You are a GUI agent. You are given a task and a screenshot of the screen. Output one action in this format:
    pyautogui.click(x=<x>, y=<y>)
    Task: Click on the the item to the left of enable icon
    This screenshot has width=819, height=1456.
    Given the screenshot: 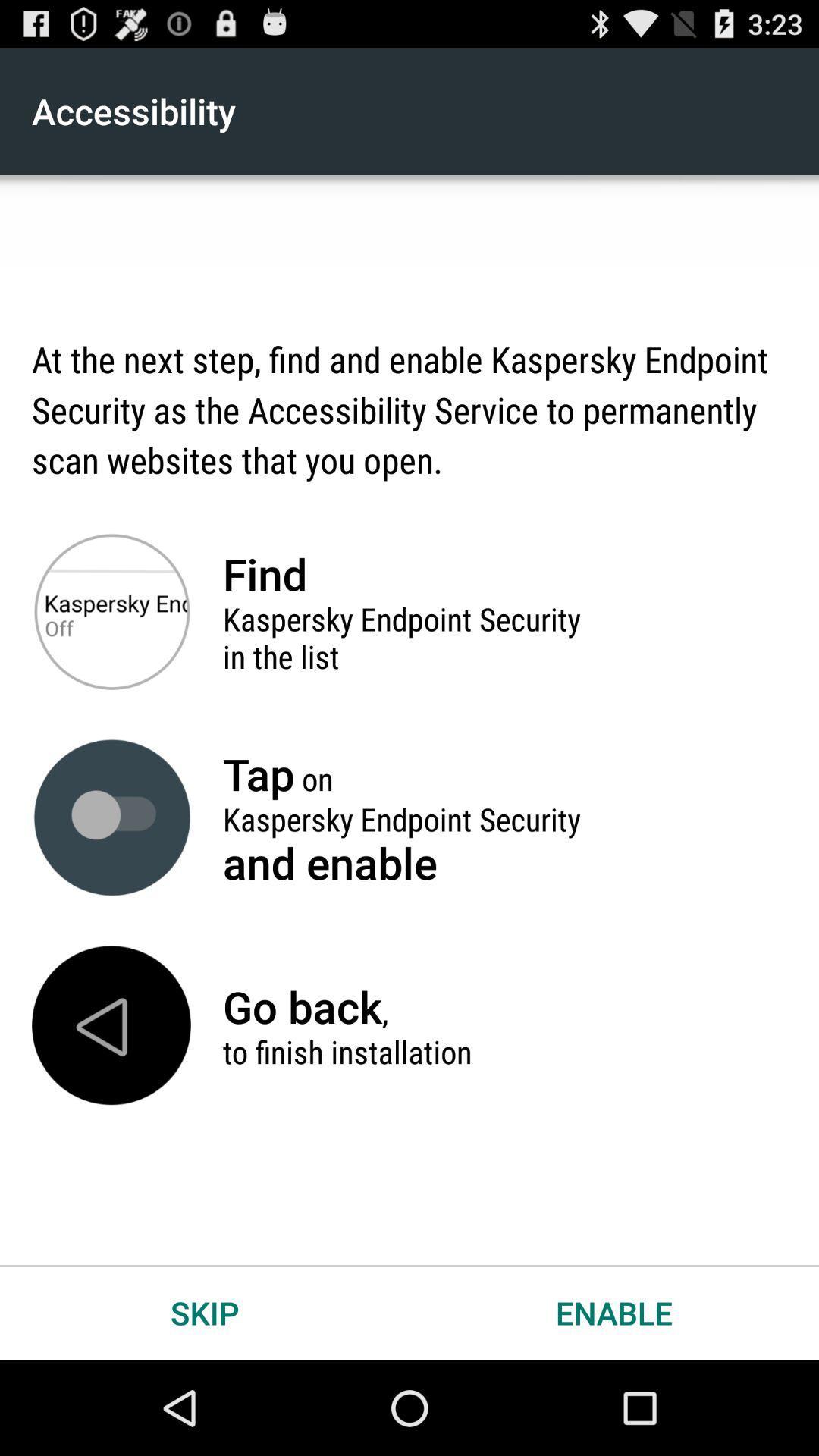 What is the action you would take?
    pyautogui.click(x=205, y=1312)
    